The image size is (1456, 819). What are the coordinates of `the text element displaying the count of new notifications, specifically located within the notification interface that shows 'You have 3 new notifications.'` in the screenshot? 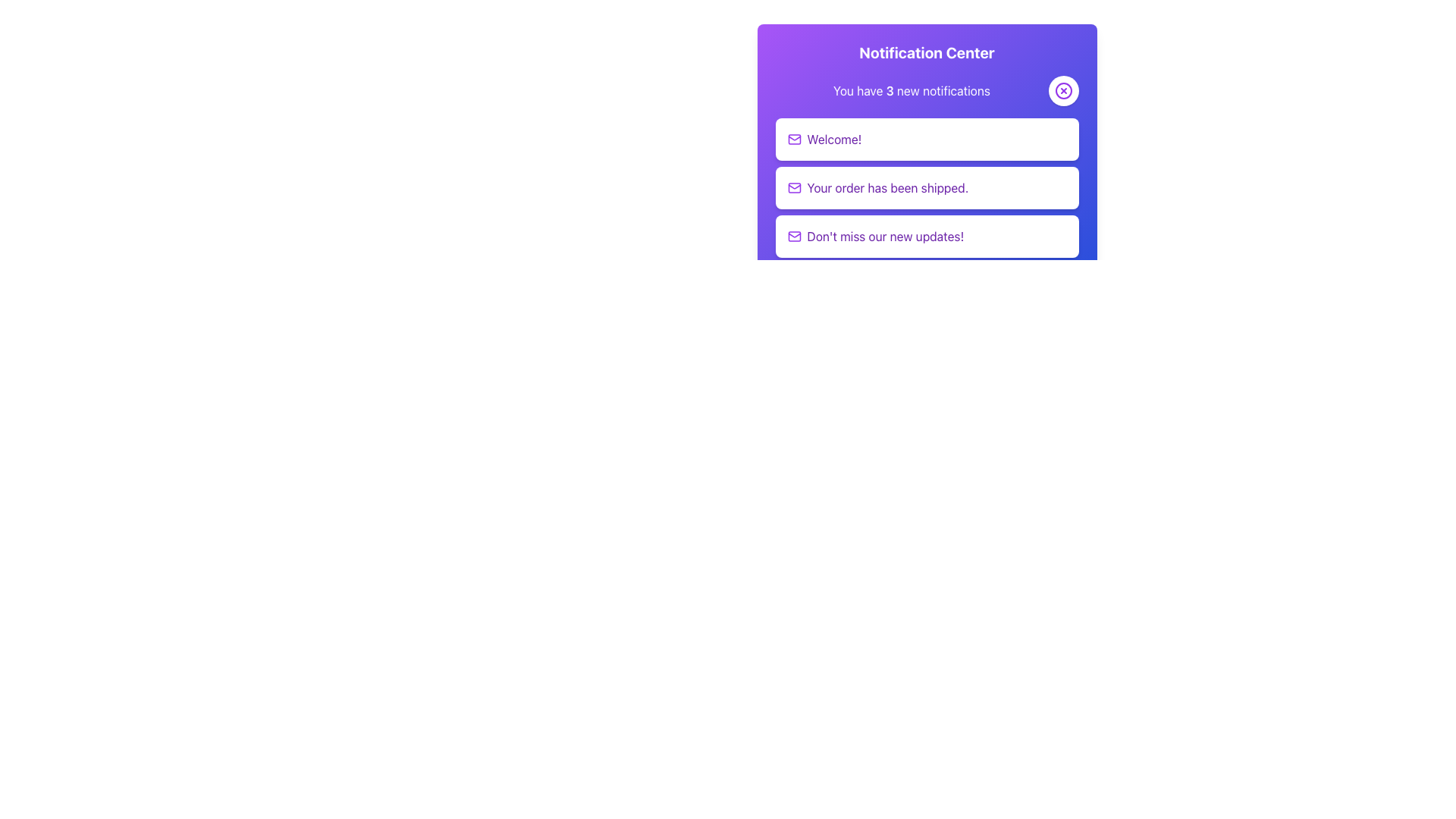 It's located at (890, 90).